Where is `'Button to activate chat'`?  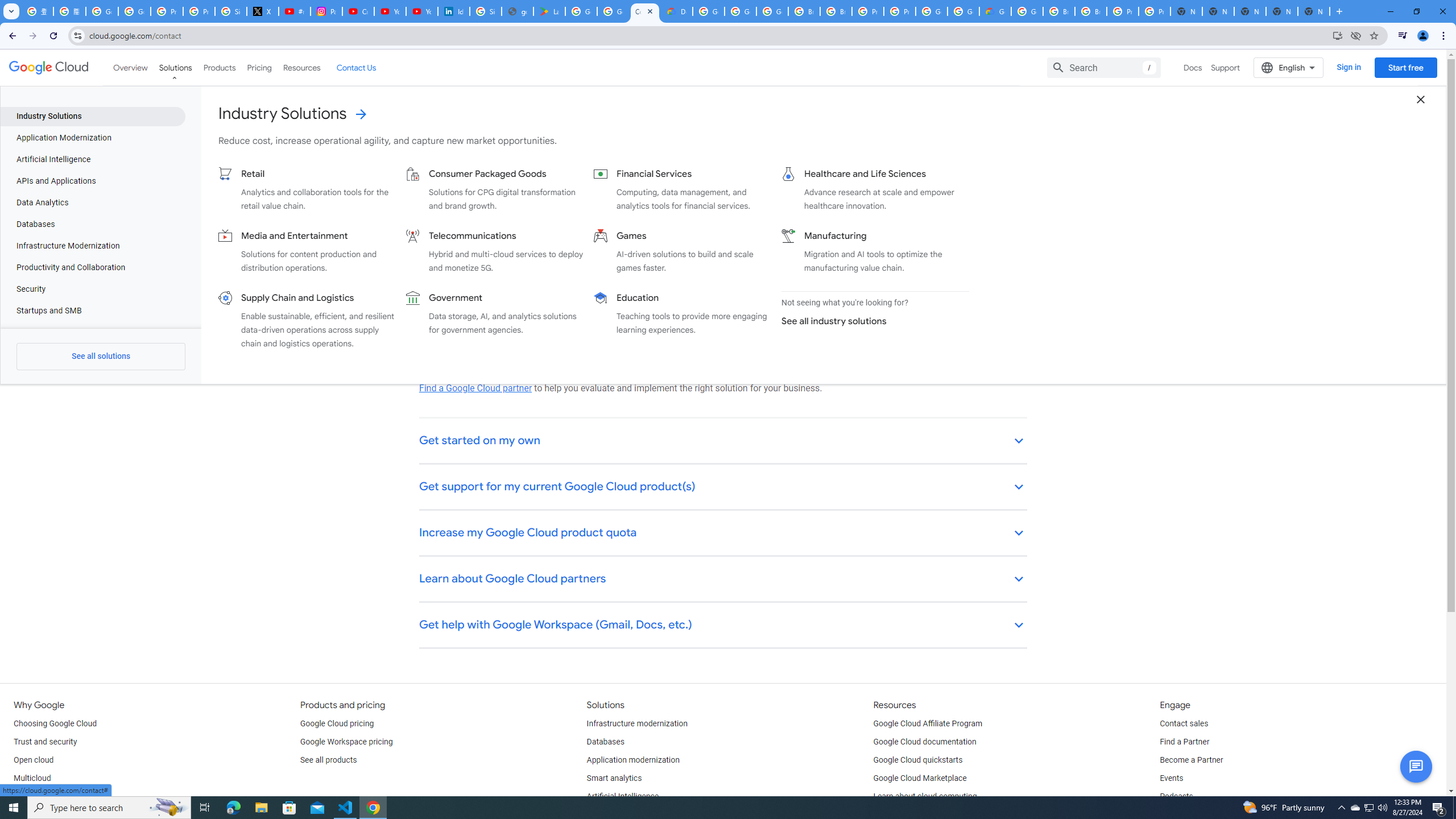
'Button to activate chat' is located at coordinates (1416, 767).